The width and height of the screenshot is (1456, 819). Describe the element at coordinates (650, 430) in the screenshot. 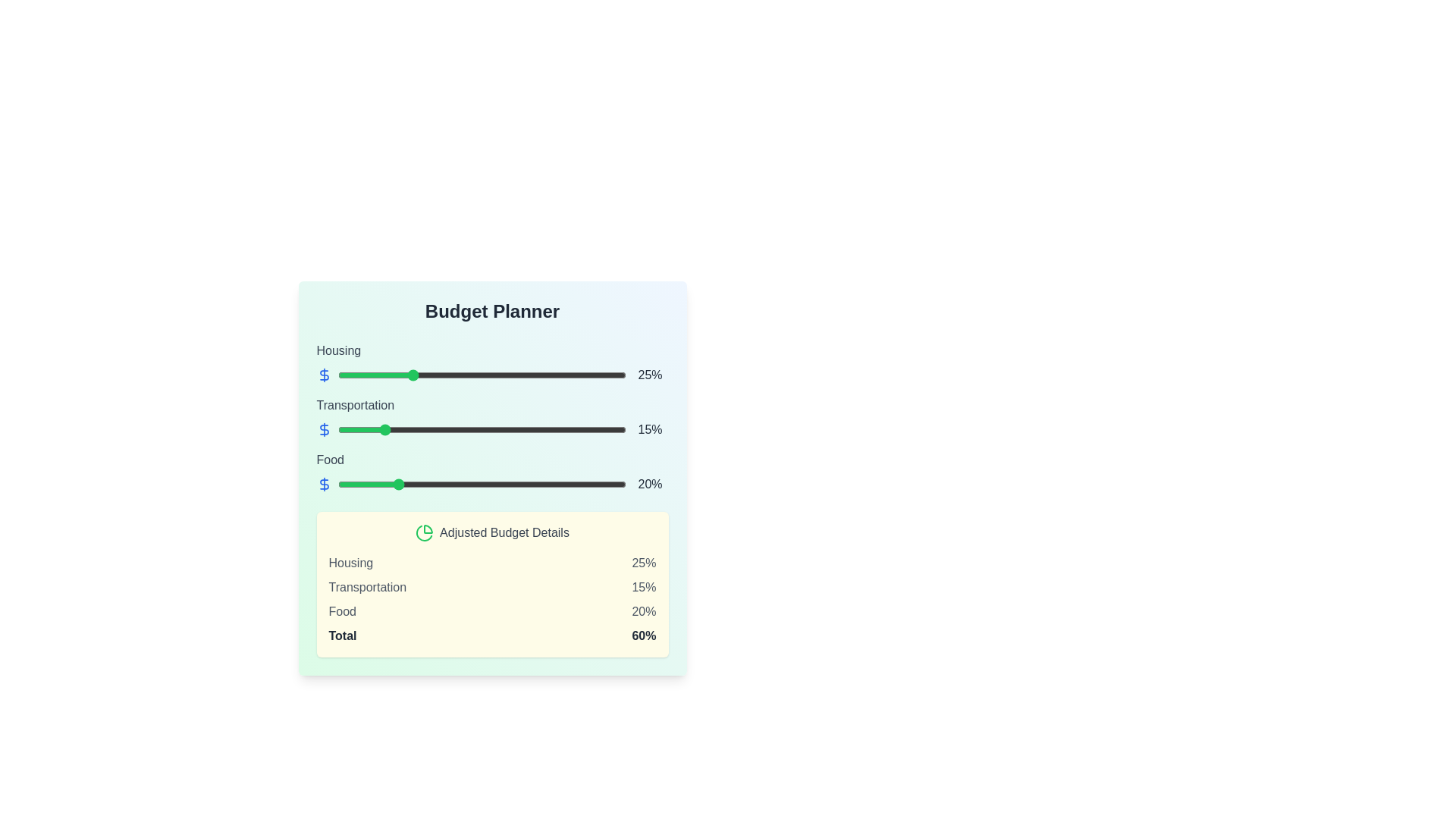

I see `displayed value from the bolded text '15%' in the Text Display located in the 'Transportation' section, which is aligned with a green slider` at that location.